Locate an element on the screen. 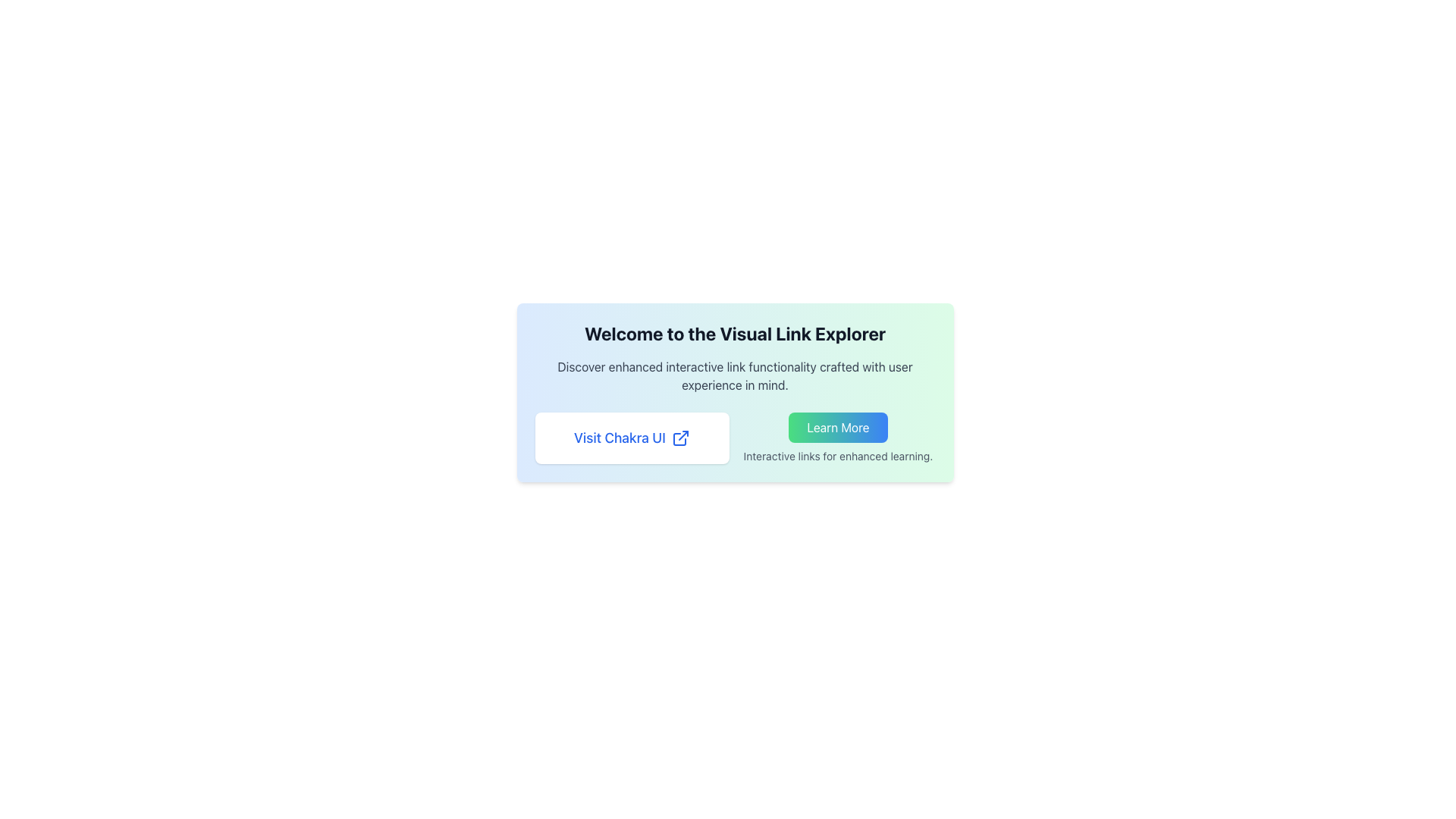 The height and width of the screenshot is (819, 1456). the static text content element that provides introductory information, located beneath the title 'Welcome to the Visual Link Explorer' is located at coordinates (735, 375).